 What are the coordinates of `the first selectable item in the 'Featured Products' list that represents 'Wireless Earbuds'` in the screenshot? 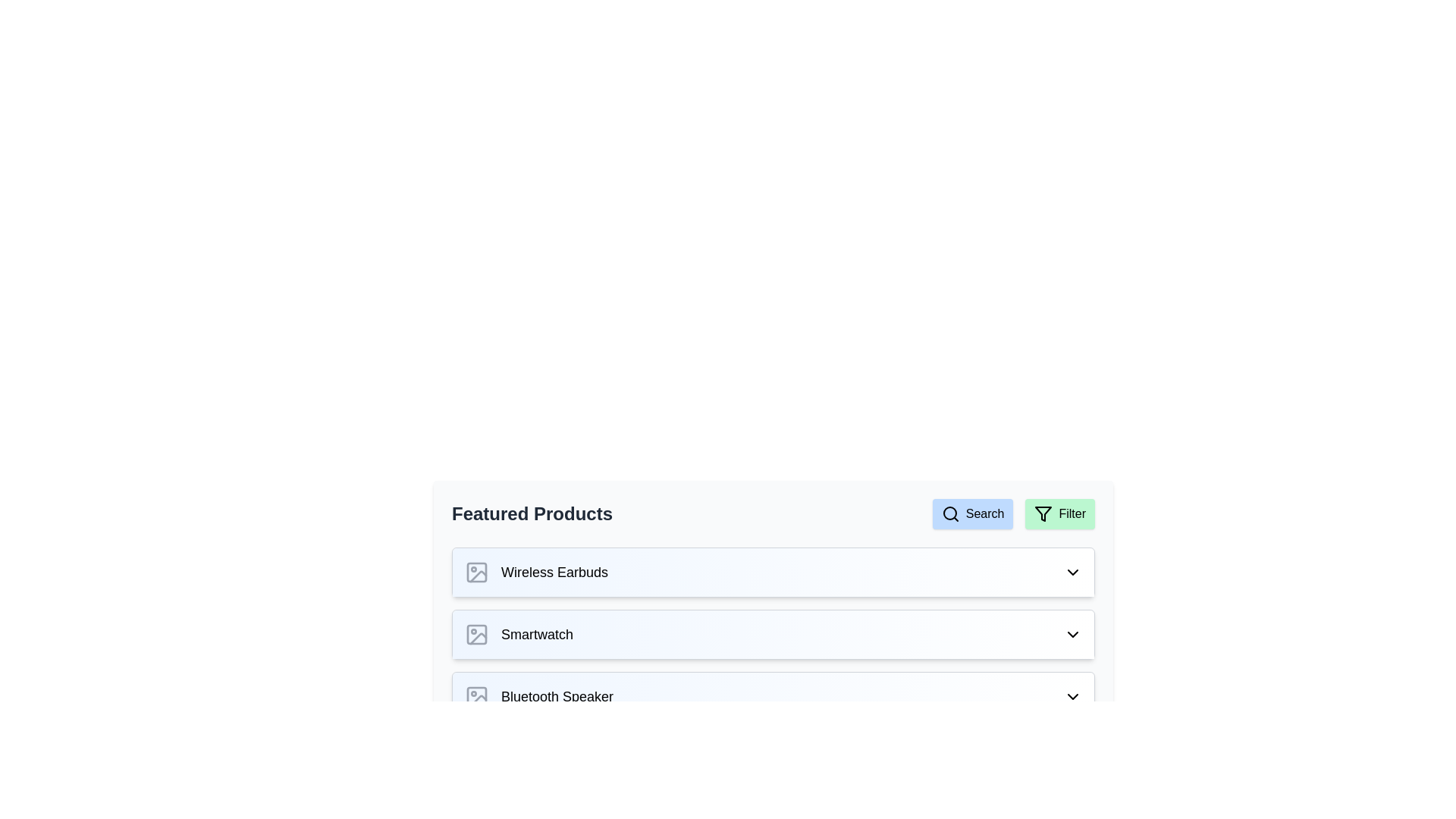 It's located at (773, 573).